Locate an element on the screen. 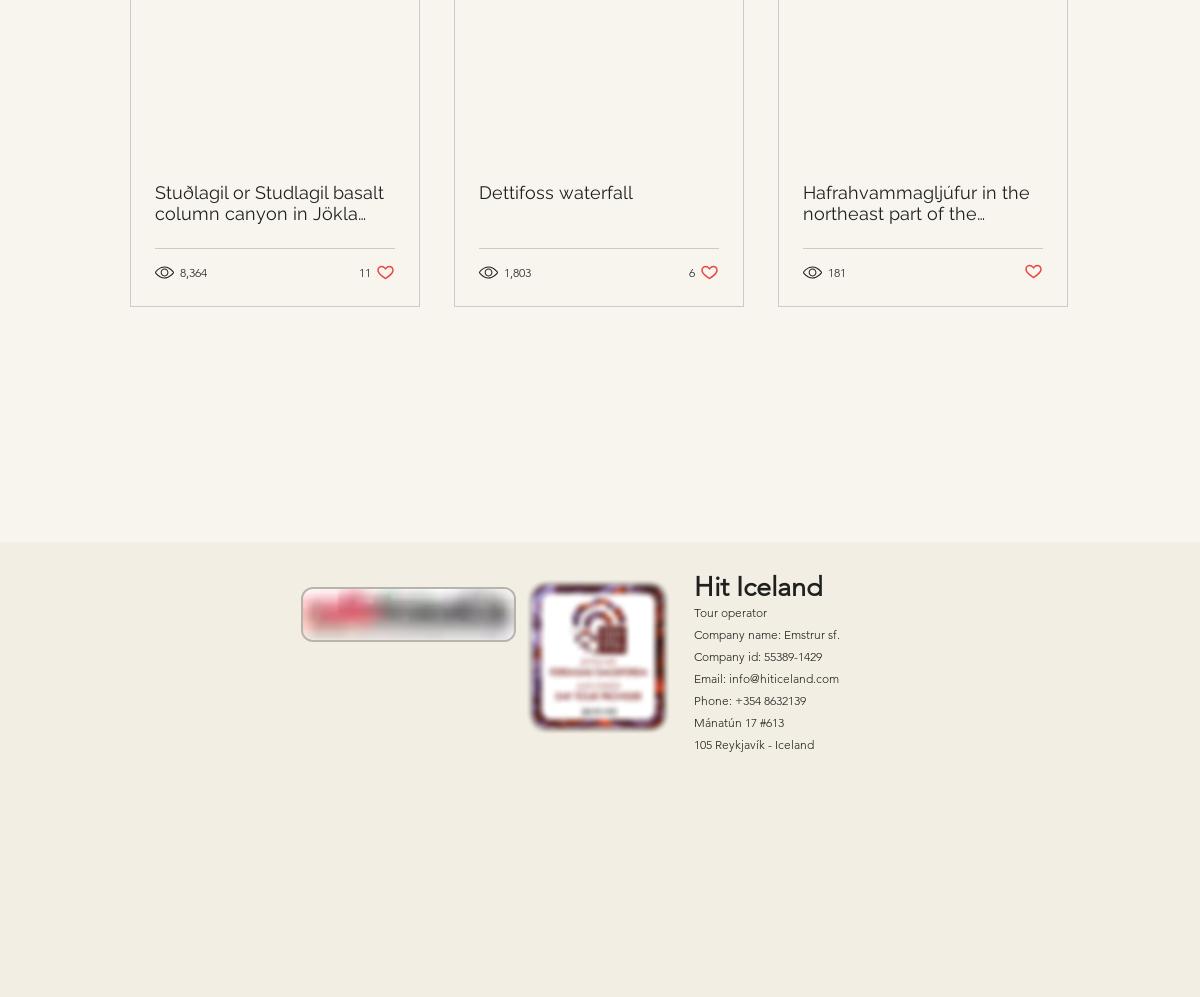 This screenshot has height=997, width=1200. 'Company name: Emstrur sf.' is located at coordinates (766, 632).